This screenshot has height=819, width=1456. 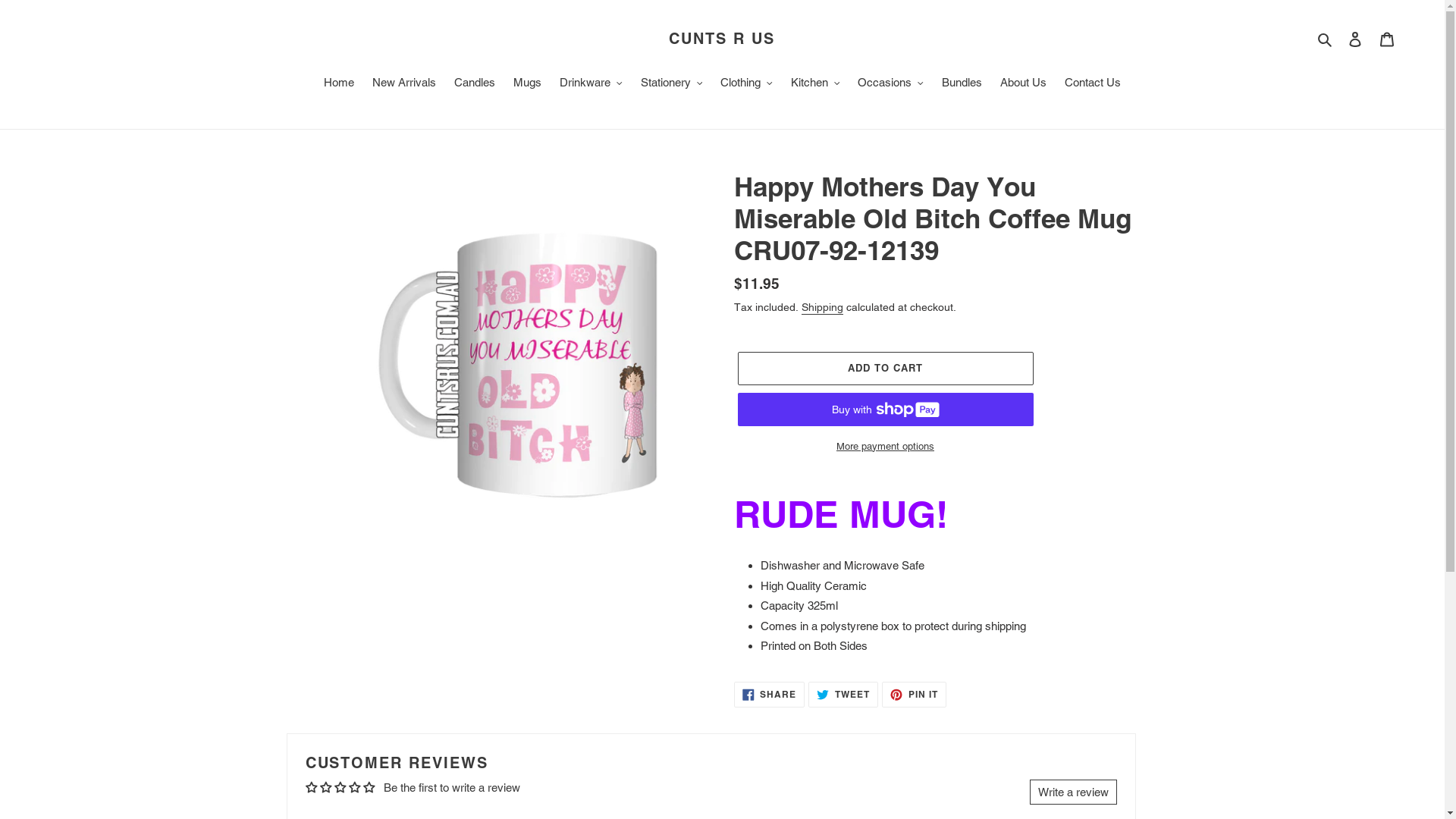 What do you see at coordinates (527, 84) in the screenshot?
I see `'Mugs'` at bounding box center [527, 84].